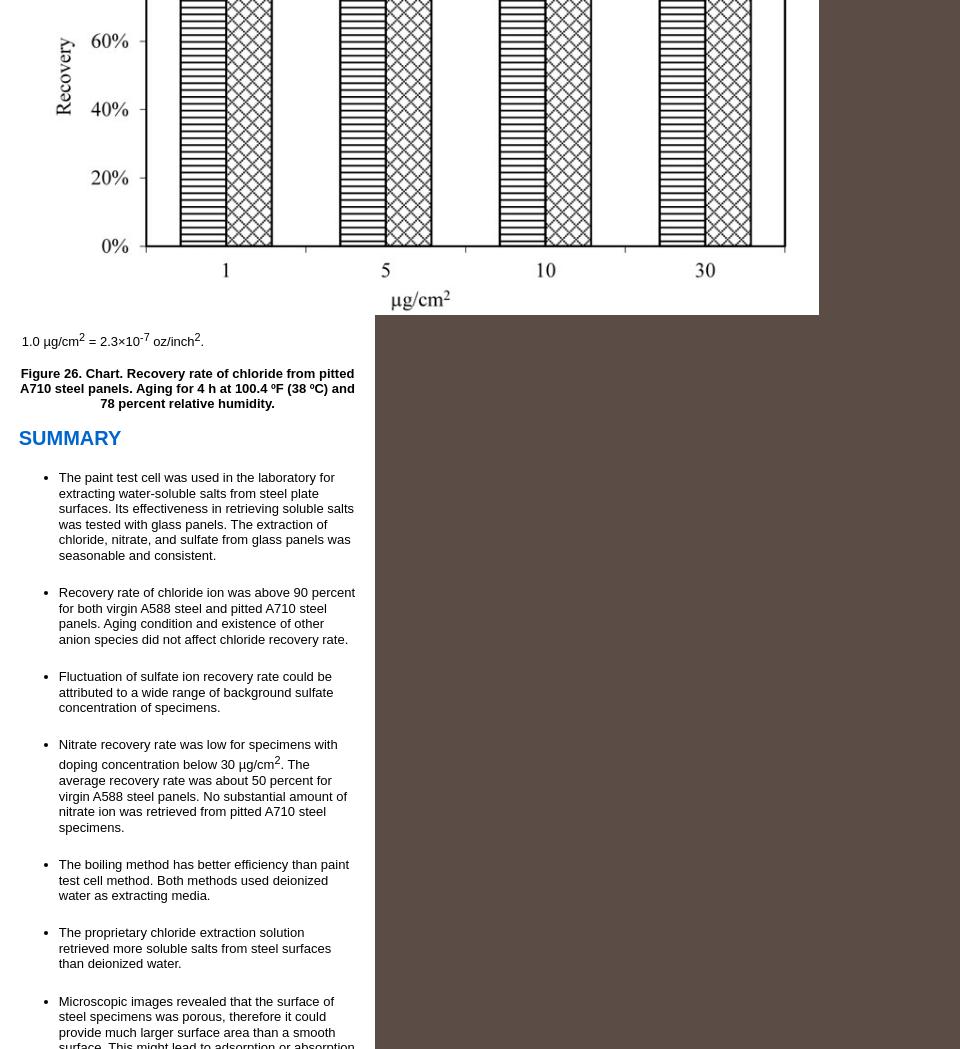 This screenshot has width=960, height=1049. I want to click on 'The paint test cell was used in the laboratory  for extracting water-soluble salts from steel plate surfaces. Its effectiveness  in retrieving soluble salts was tested with glass panels. The extraction of  chloride, nitrate, and sulfate from glass panels was seasonable and consistent.', so click(206, 514).